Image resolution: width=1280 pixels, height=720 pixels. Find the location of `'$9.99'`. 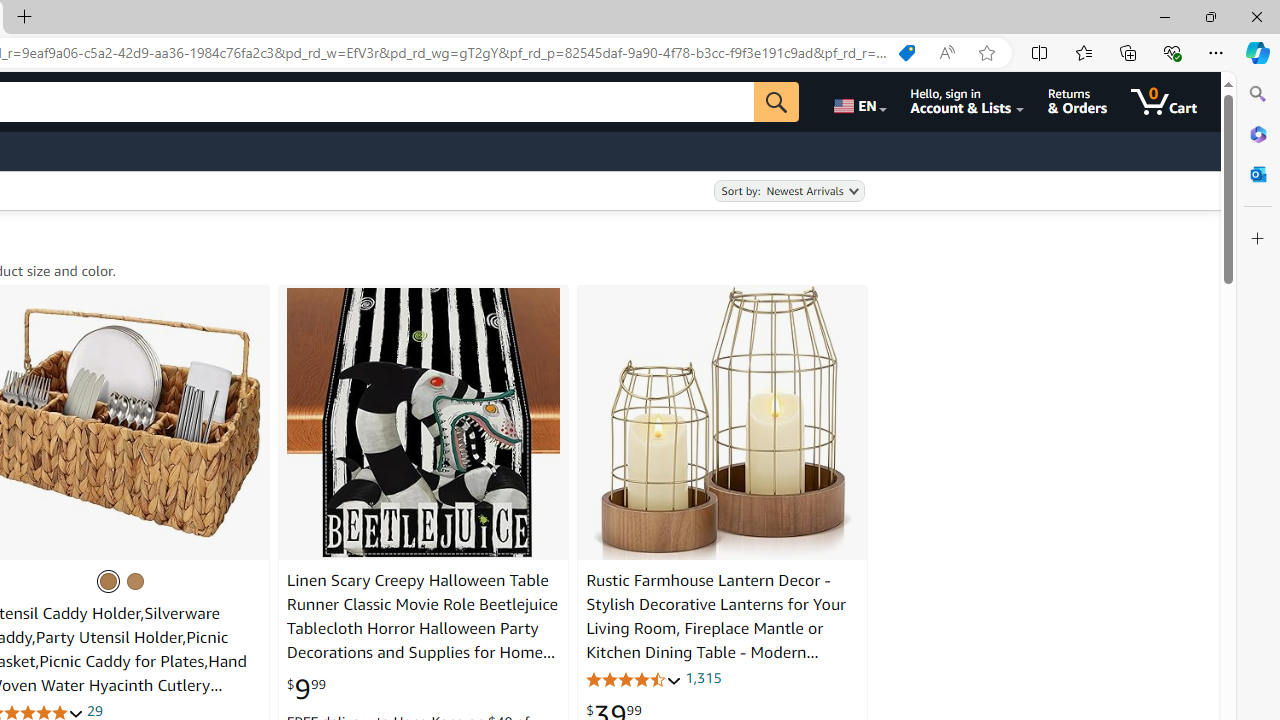

'$9.99' is located at coordinates (304, 688).